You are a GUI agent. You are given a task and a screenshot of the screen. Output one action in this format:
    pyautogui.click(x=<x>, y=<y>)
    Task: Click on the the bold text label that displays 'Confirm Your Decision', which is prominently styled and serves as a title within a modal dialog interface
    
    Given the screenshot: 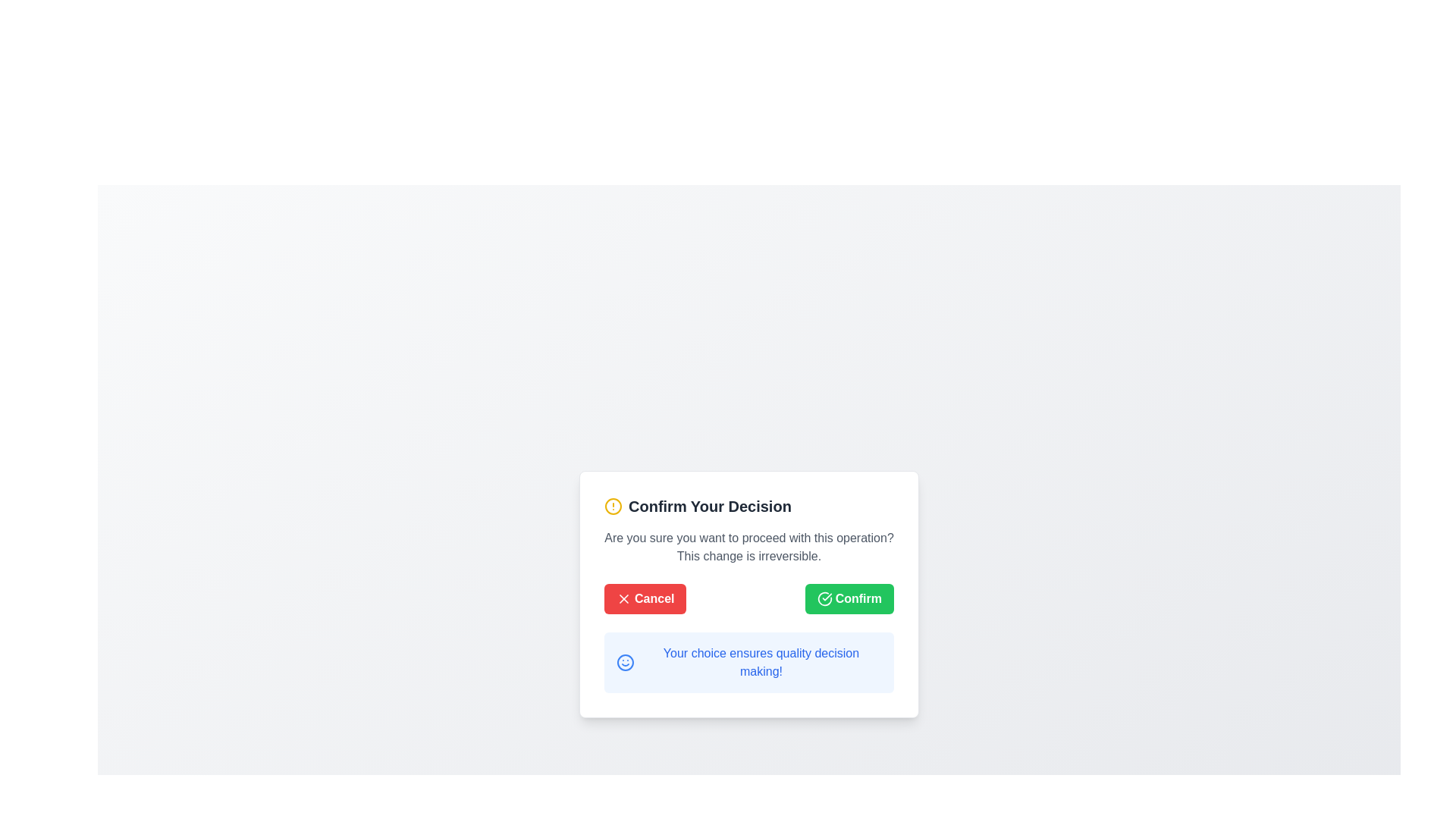 What is the action you would take?
    pyautogui.click(x=709, y=506)
    